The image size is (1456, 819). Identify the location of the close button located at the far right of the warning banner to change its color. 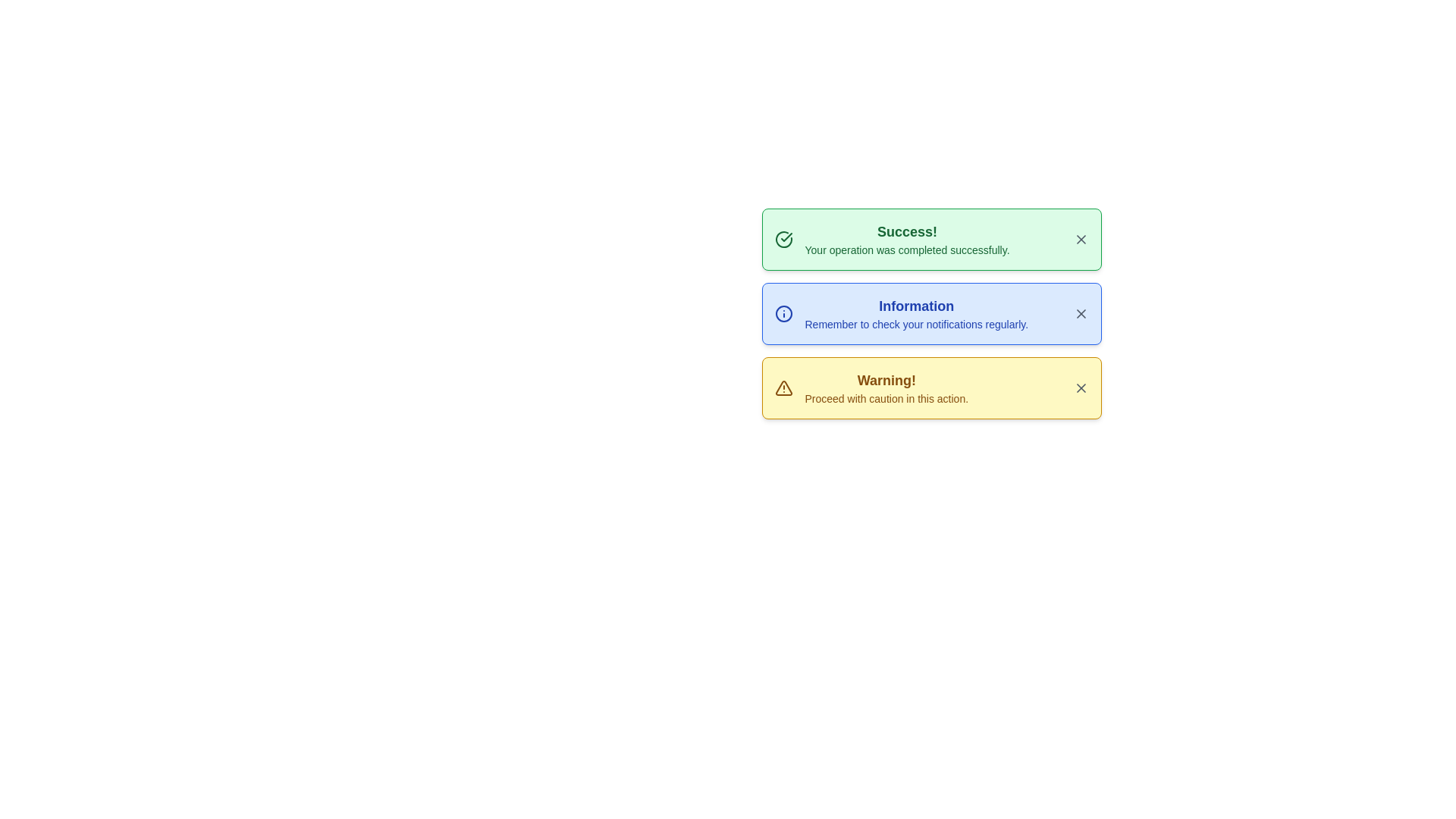
(1080, 388).